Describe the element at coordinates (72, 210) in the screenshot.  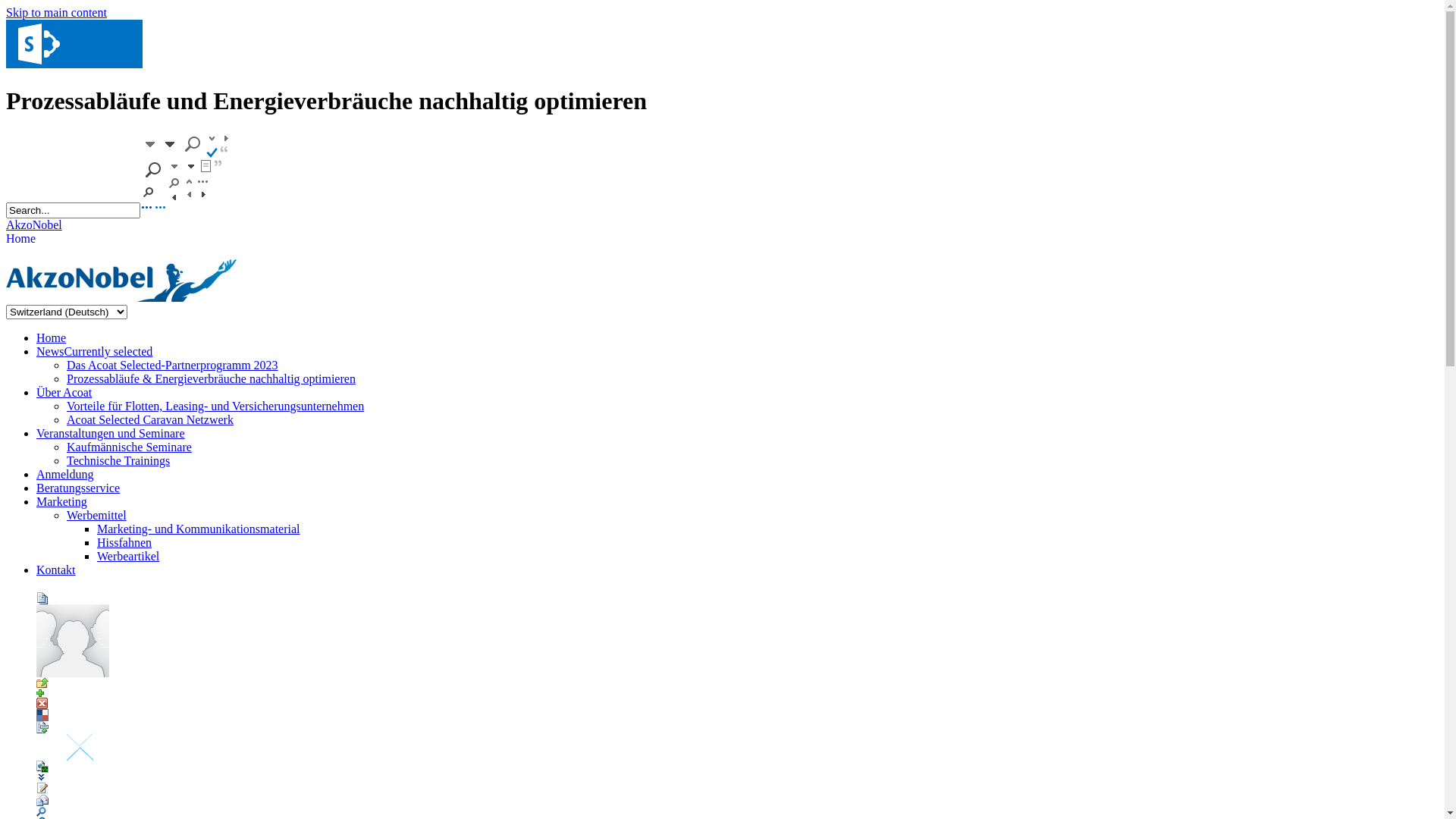
I see `'Search...'` at that location.